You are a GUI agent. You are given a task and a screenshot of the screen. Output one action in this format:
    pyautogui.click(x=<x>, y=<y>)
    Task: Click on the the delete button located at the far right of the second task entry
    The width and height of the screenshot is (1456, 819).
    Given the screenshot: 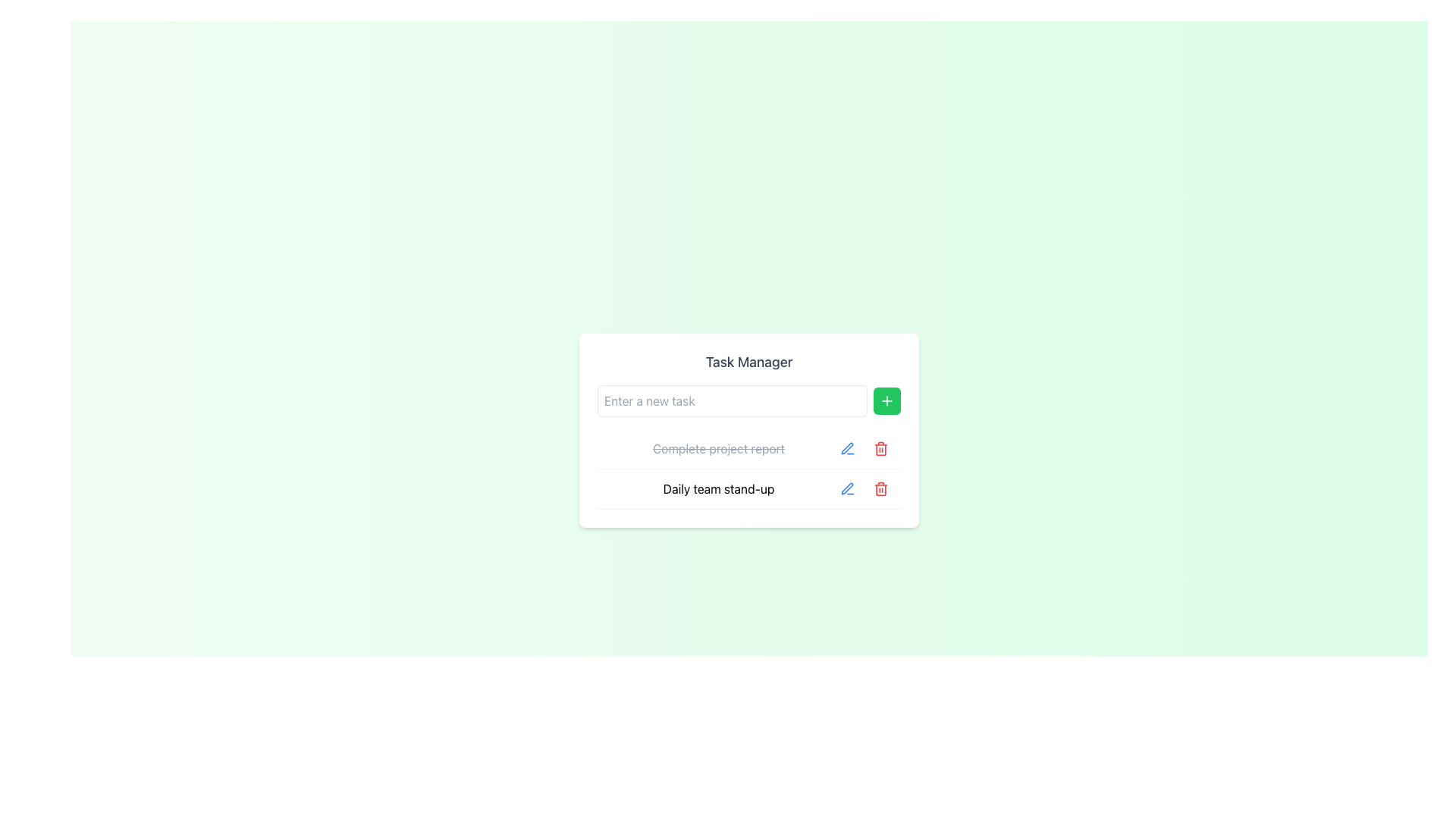 What is the action you would take?
    pyautogui.click(x=880, y=488)
    